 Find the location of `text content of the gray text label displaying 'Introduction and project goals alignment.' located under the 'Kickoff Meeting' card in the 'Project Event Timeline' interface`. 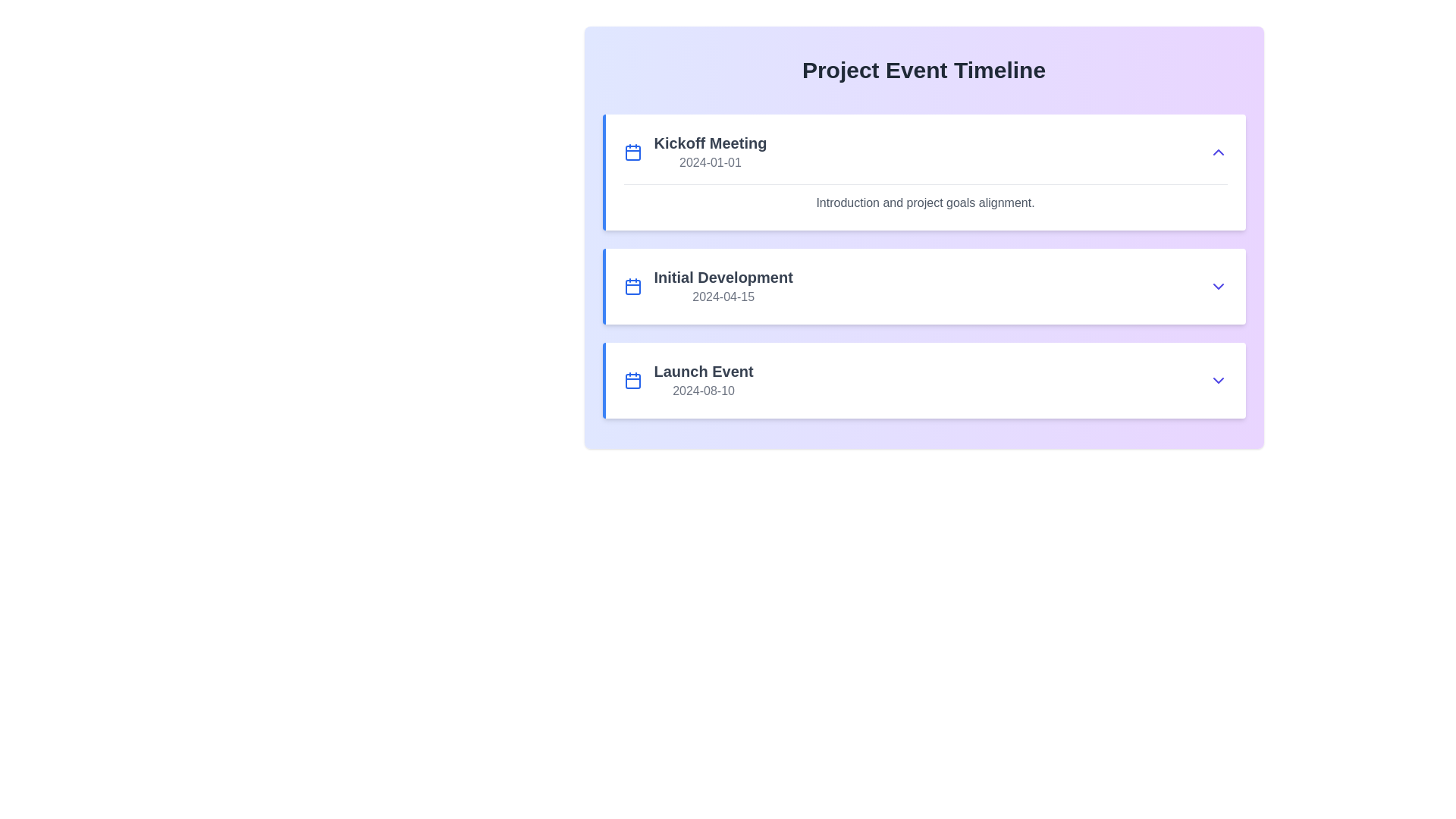

text content of the gray text label displaying 'Introduction and project goals alignment.' located under the 'Kickoff Meeting' card in the 'Project Event Timeline' interface is located at coordinates (924, 202).